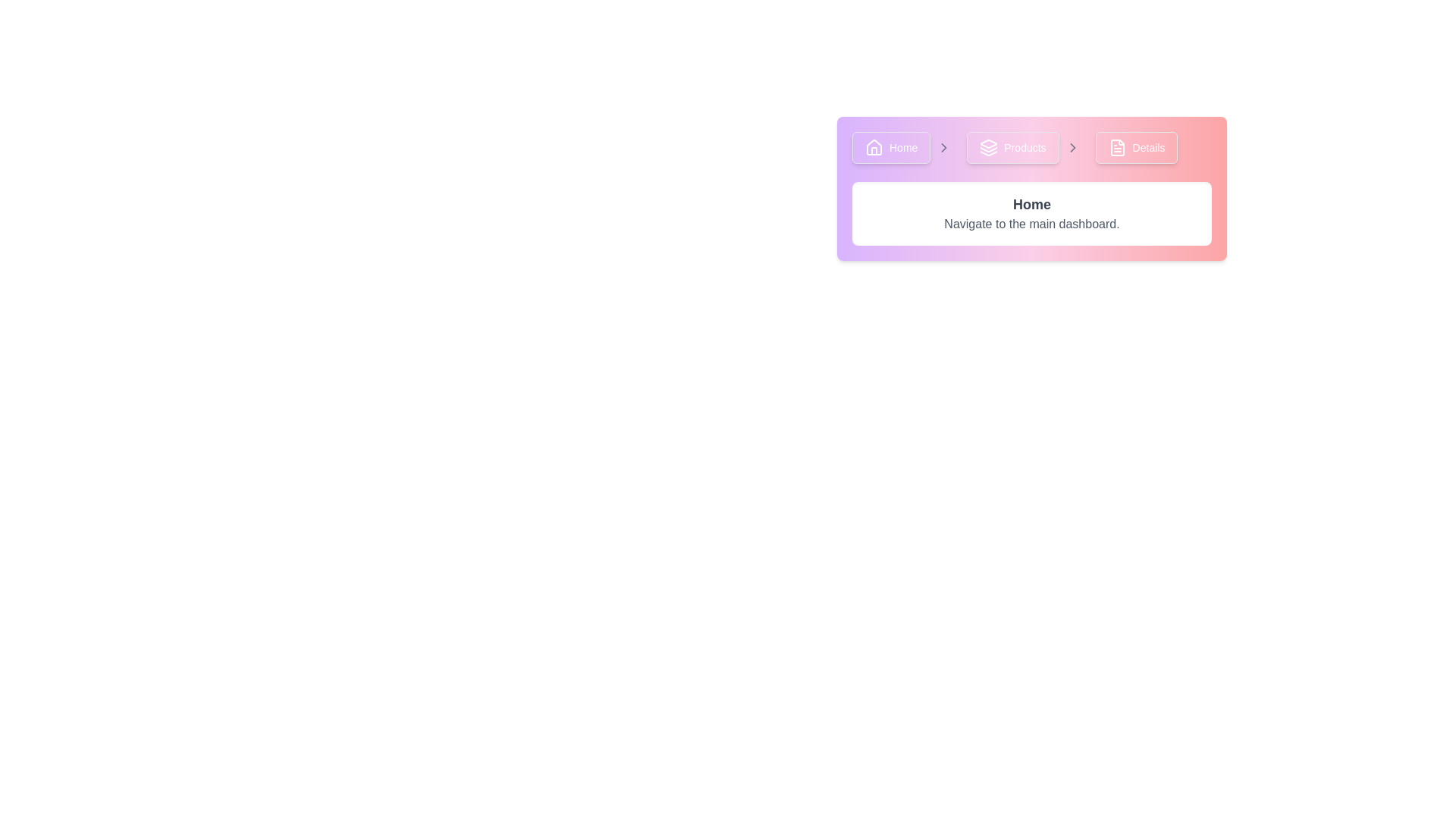 Image resolution: width=1456 pixels, height=819 pixels. What do you see at coordinates (1012, 148) in the screenshot?
I see `the 'Products' button, which is styled with rounded corners and has a white background with gray text when inactive` at bounding box center [1012, 148].